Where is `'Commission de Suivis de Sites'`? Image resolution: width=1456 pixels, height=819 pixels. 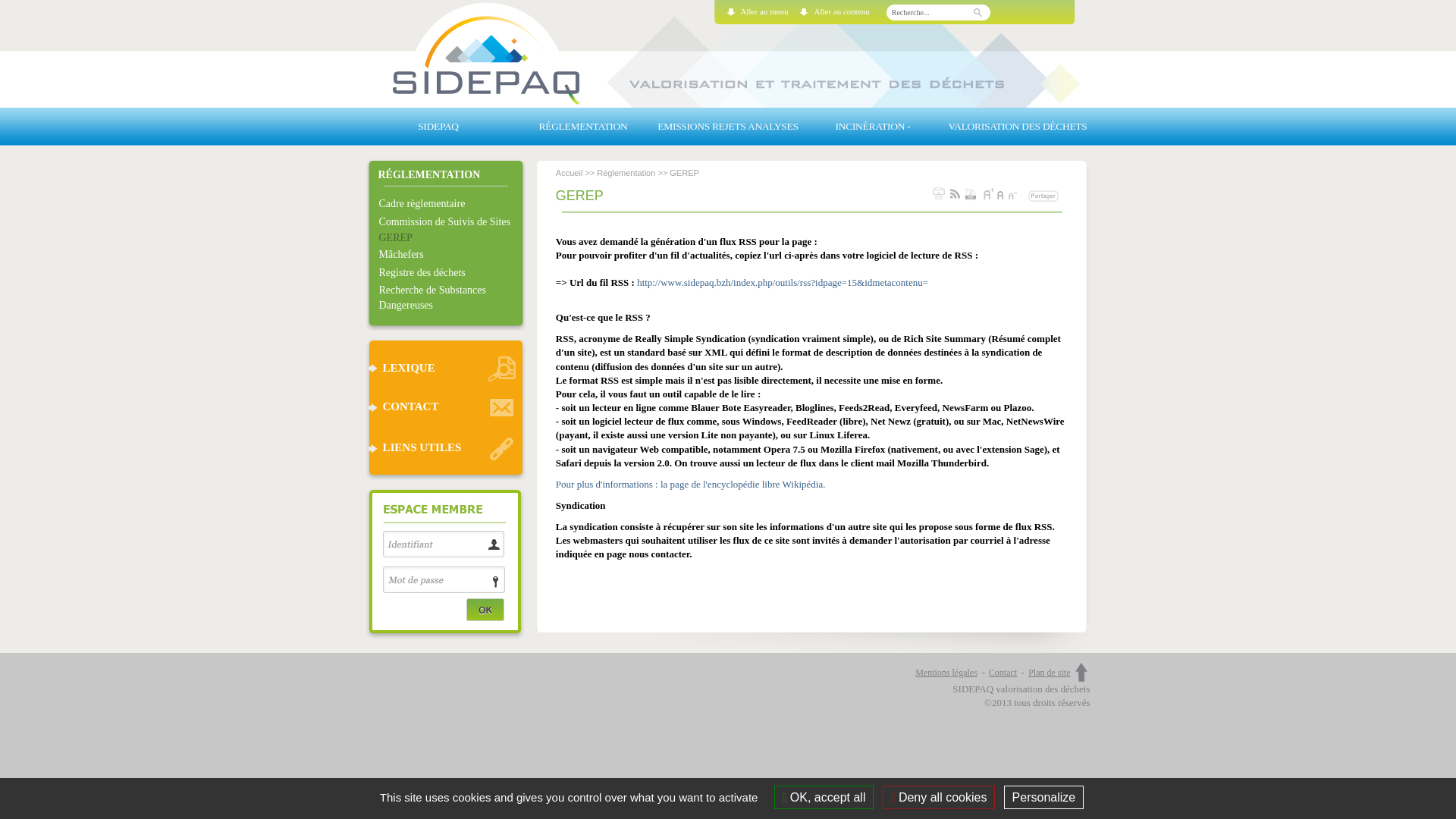 'Commission de Suivis de Sites' is located at coordinates (448, 222).